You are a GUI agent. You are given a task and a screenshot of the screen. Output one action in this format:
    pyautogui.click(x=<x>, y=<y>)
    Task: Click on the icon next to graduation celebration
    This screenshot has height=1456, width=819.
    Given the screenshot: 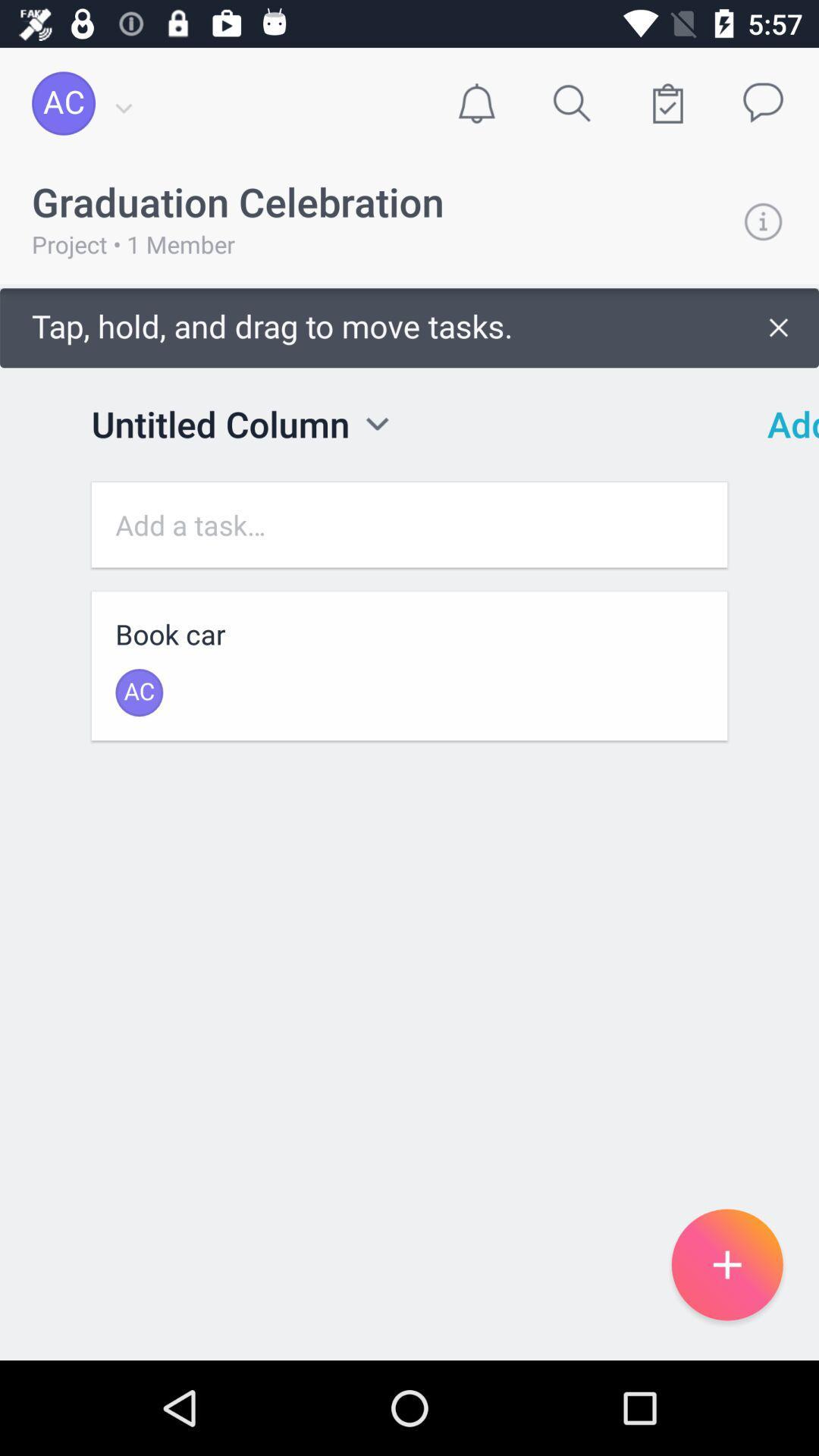 What is the action you would take?
    pyautogui.click(x=763, y=221)
    